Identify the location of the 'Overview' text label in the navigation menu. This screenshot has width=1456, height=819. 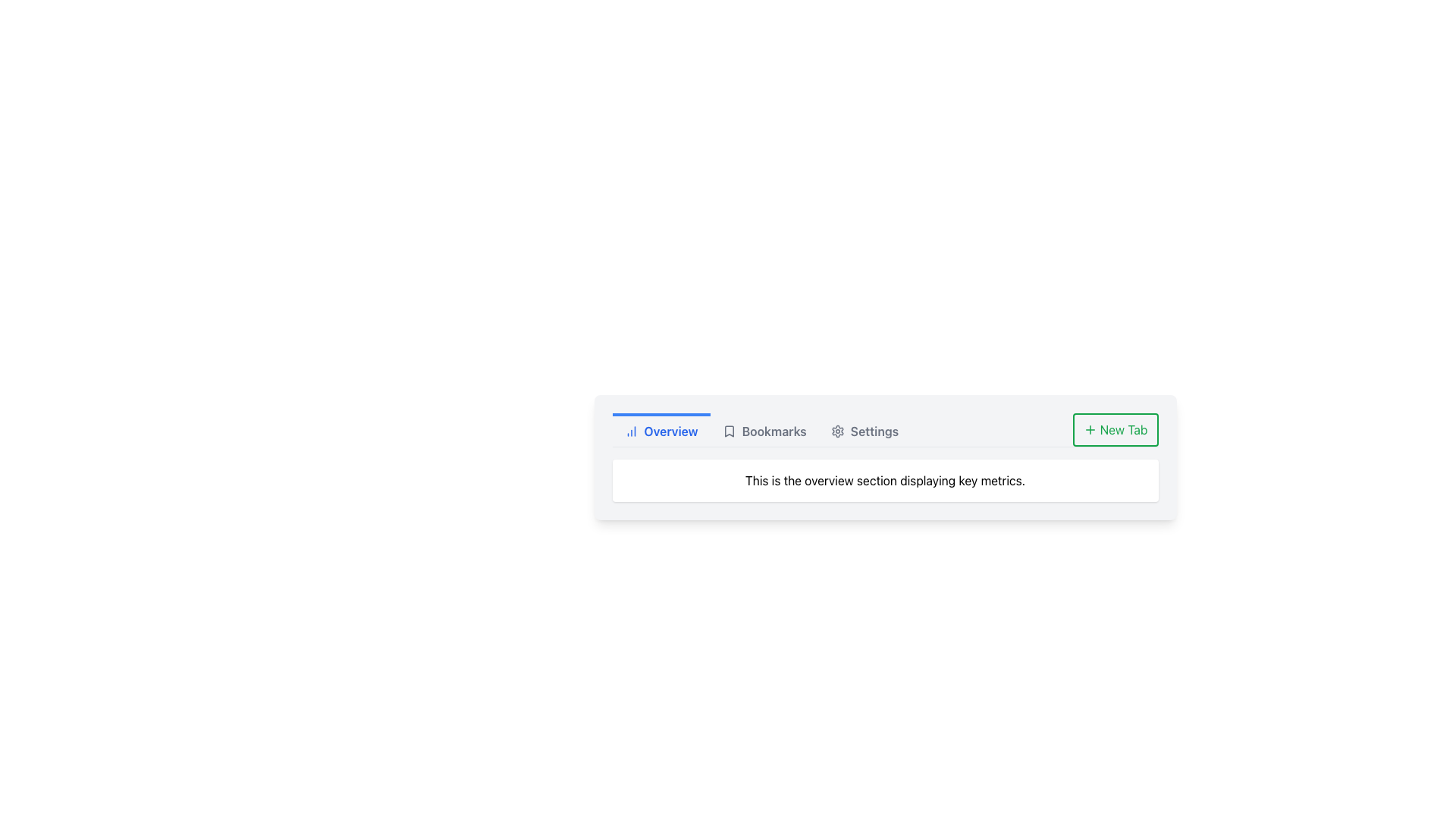
(670, 431).